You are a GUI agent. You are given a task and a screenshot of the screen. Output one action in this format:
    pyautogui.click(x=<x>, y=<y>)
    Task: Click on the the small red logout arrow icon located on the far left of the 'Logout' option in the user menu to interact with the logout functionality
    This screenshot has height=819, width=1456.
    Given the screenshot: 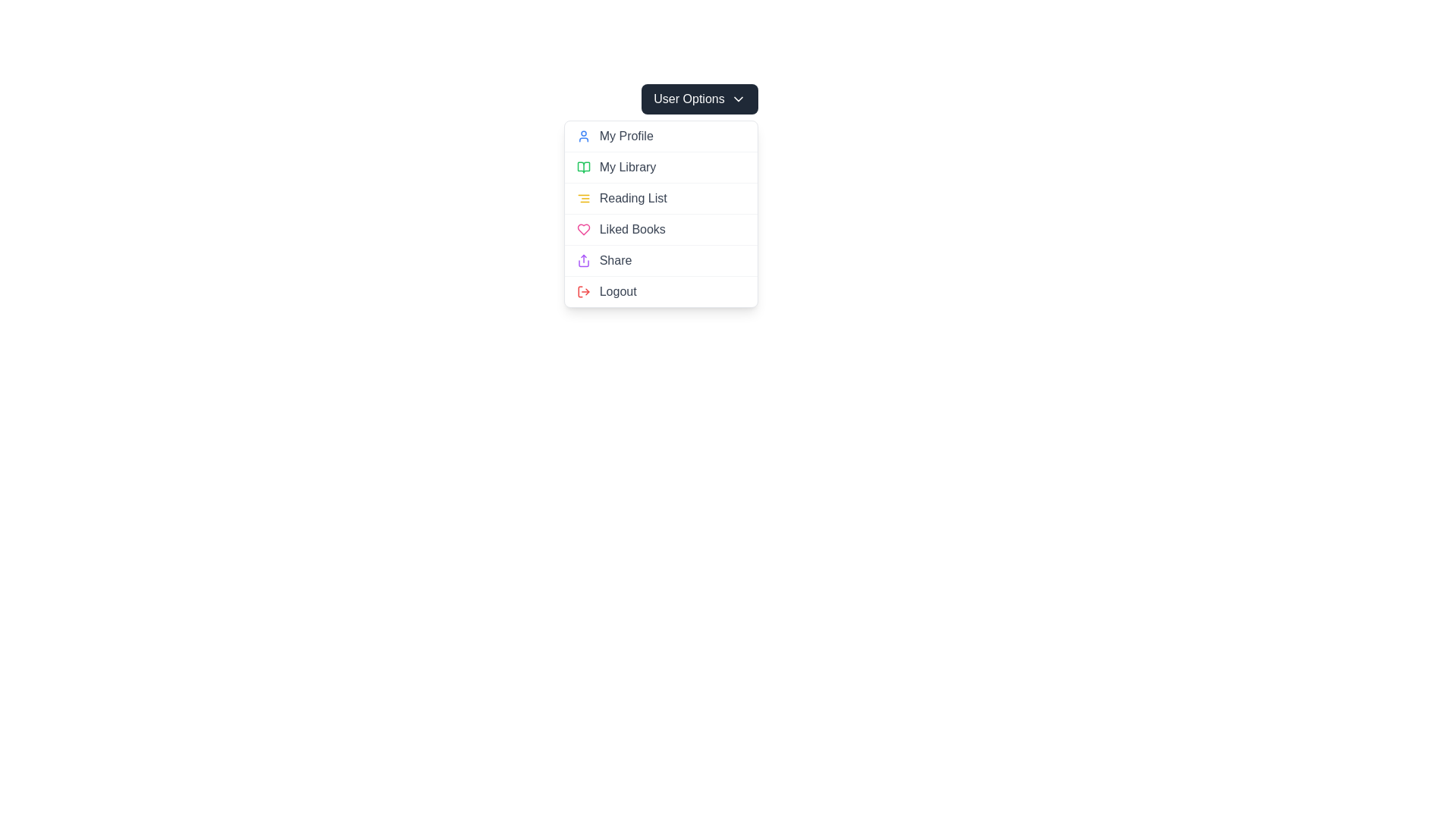 What is the action you would take?
    pyautogui.click(x=582, y=292)
    